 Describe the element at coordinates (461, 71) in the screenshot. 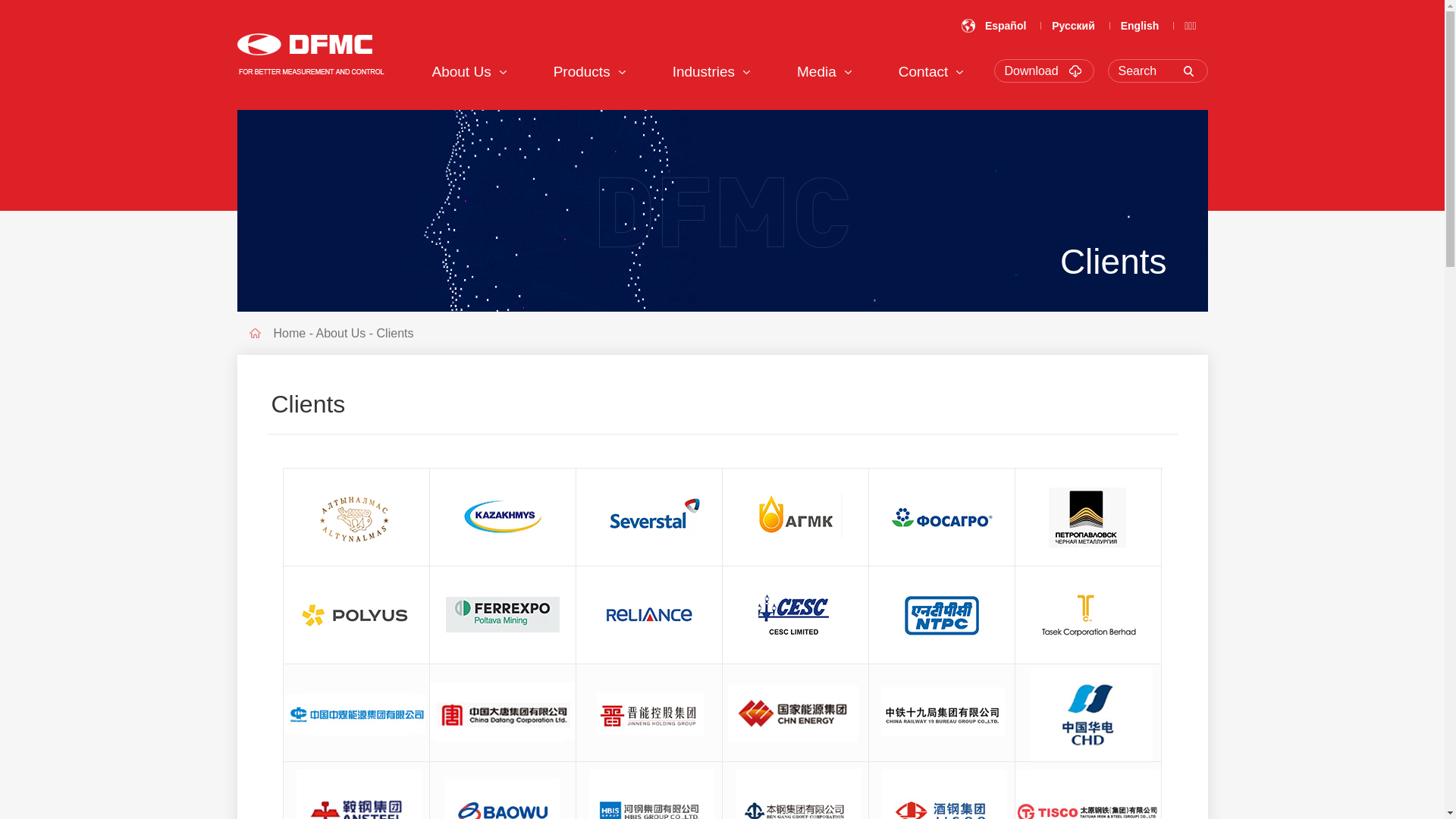

I see `'About Us'` at that location.